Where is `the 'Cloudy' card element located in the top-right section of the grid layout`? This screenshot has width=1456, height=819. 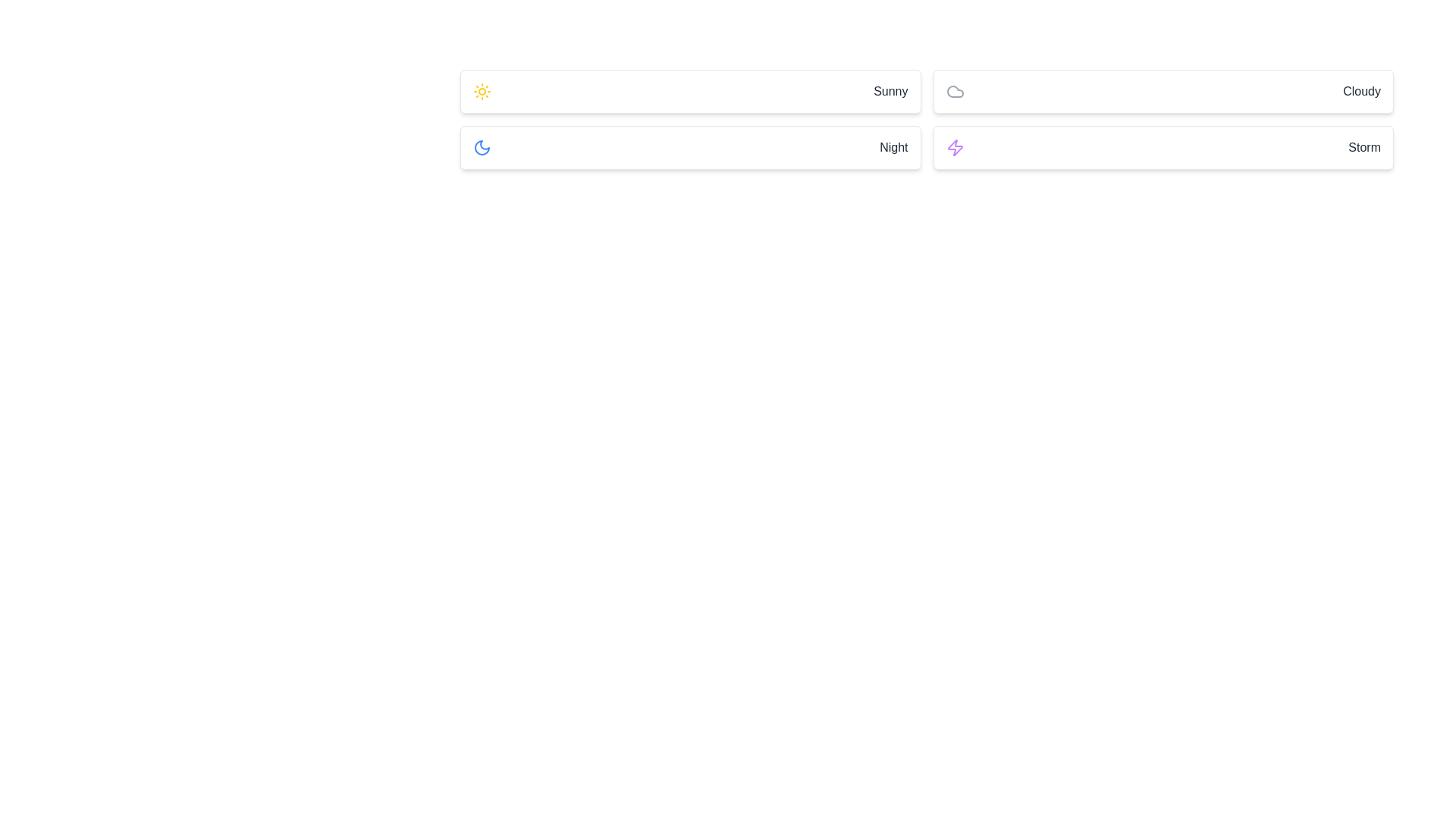
the 'Cloudy' card element located in the top-right section of the grid layout is located at coordinates (1163, 91).